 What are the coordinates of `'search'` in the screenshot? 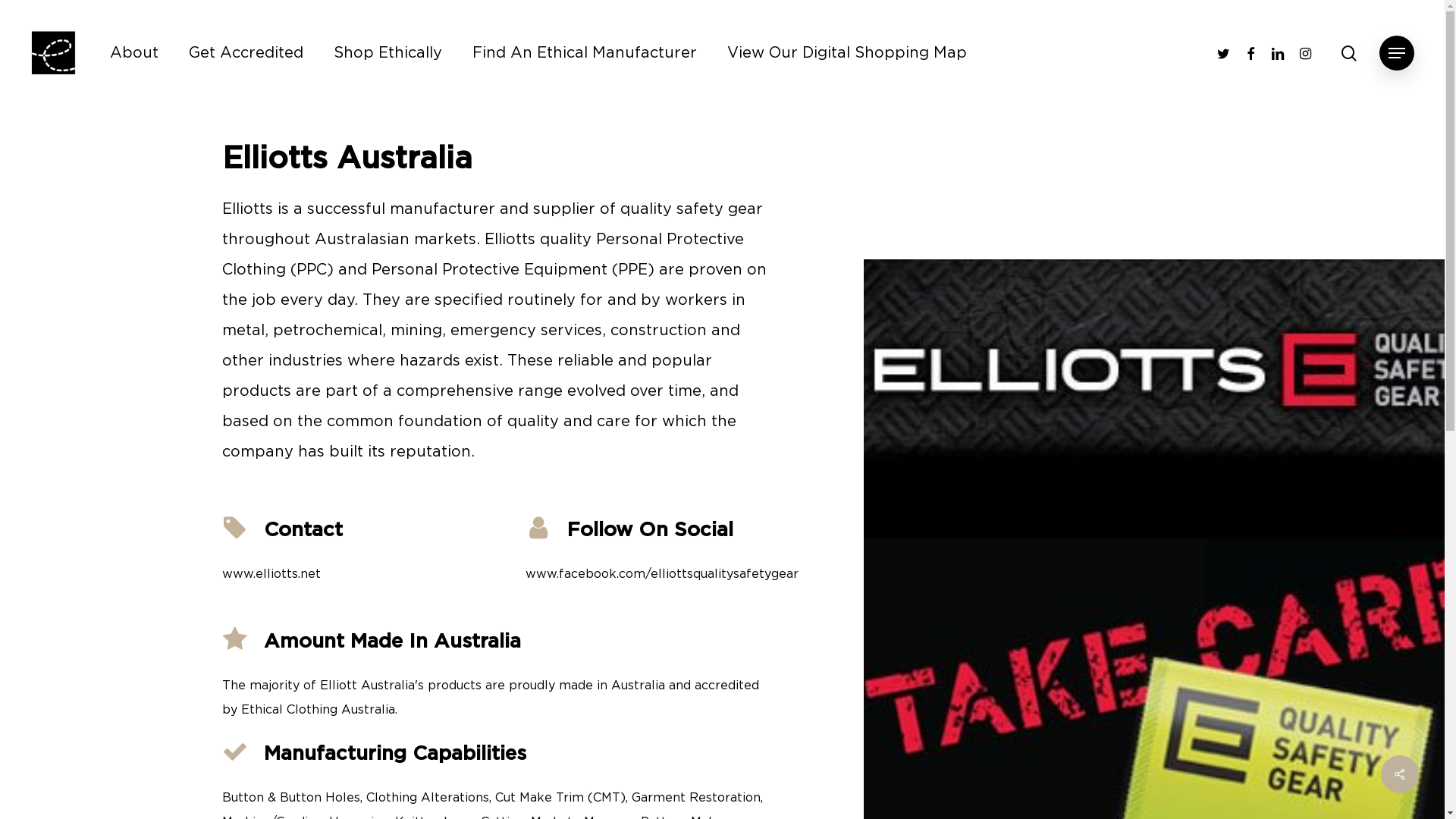 It's located at (1349, 52).